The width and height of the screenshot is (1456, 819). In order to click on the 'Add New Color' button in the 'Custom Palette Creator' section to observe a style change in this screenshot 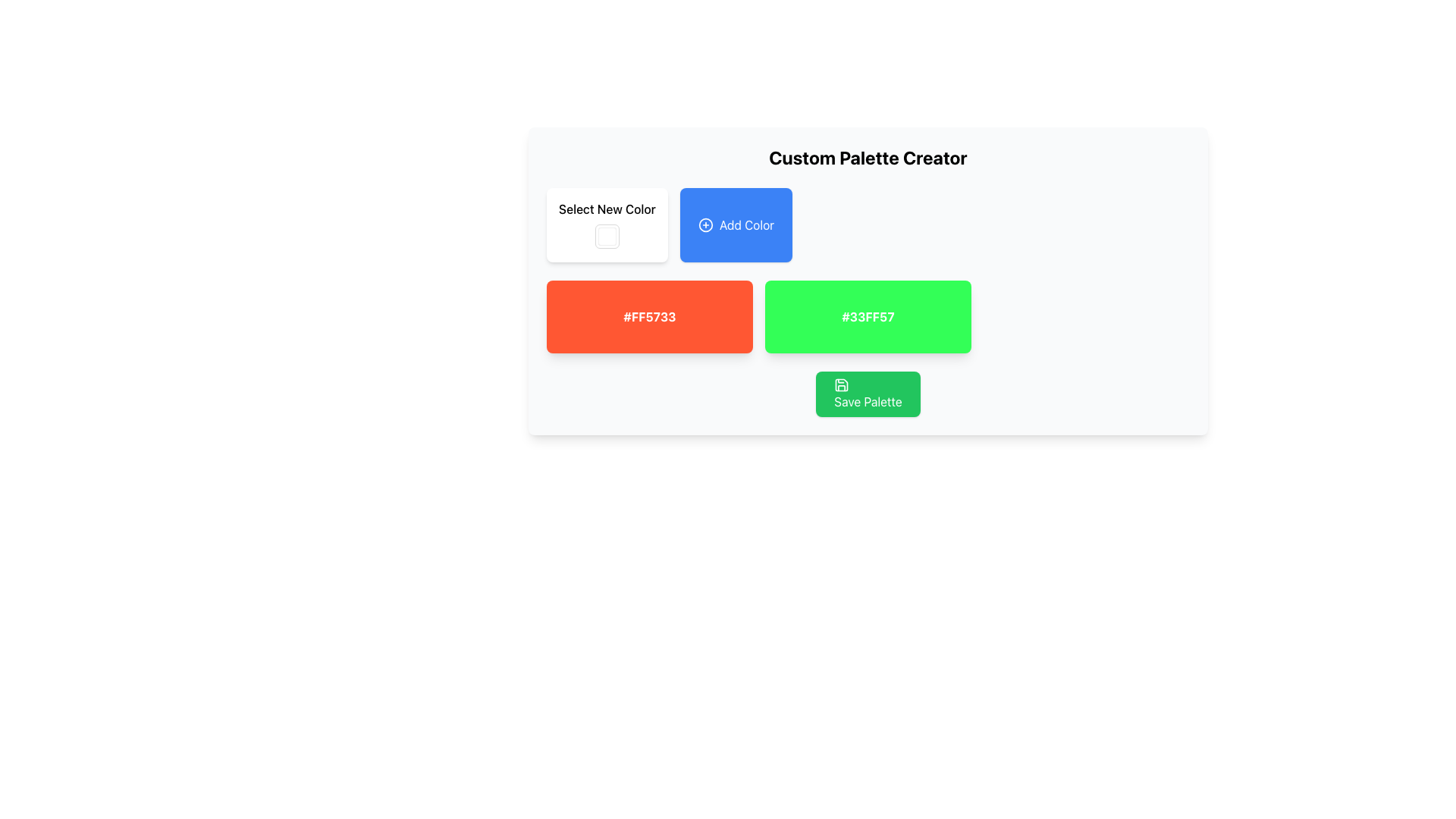, I will do `click(736, 225)`.